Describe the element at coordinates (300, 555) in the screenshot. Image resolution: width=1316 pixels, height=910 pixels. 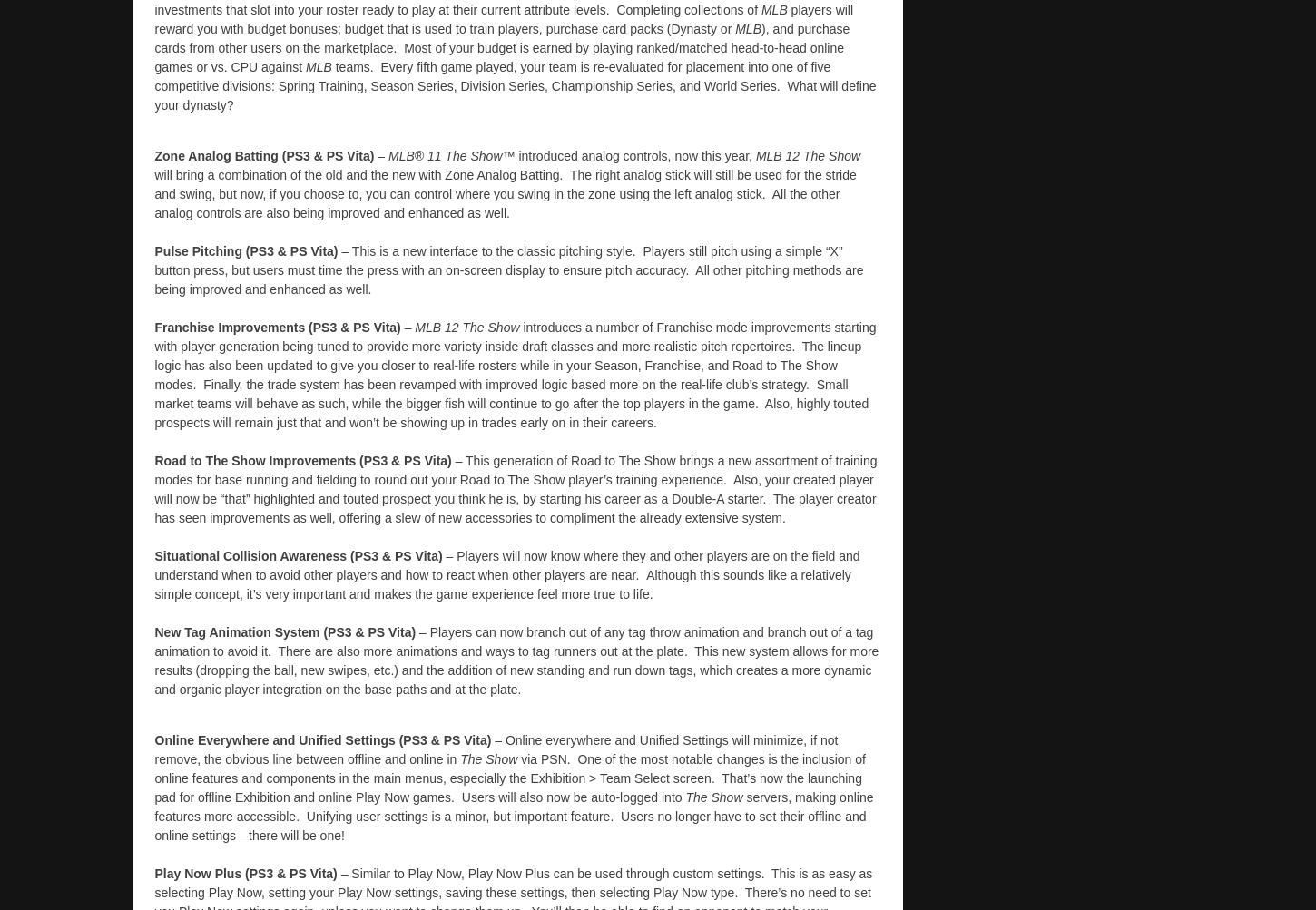
I see `'Situational Collision Awareness (PS3 & PS Vita)'` at that location.